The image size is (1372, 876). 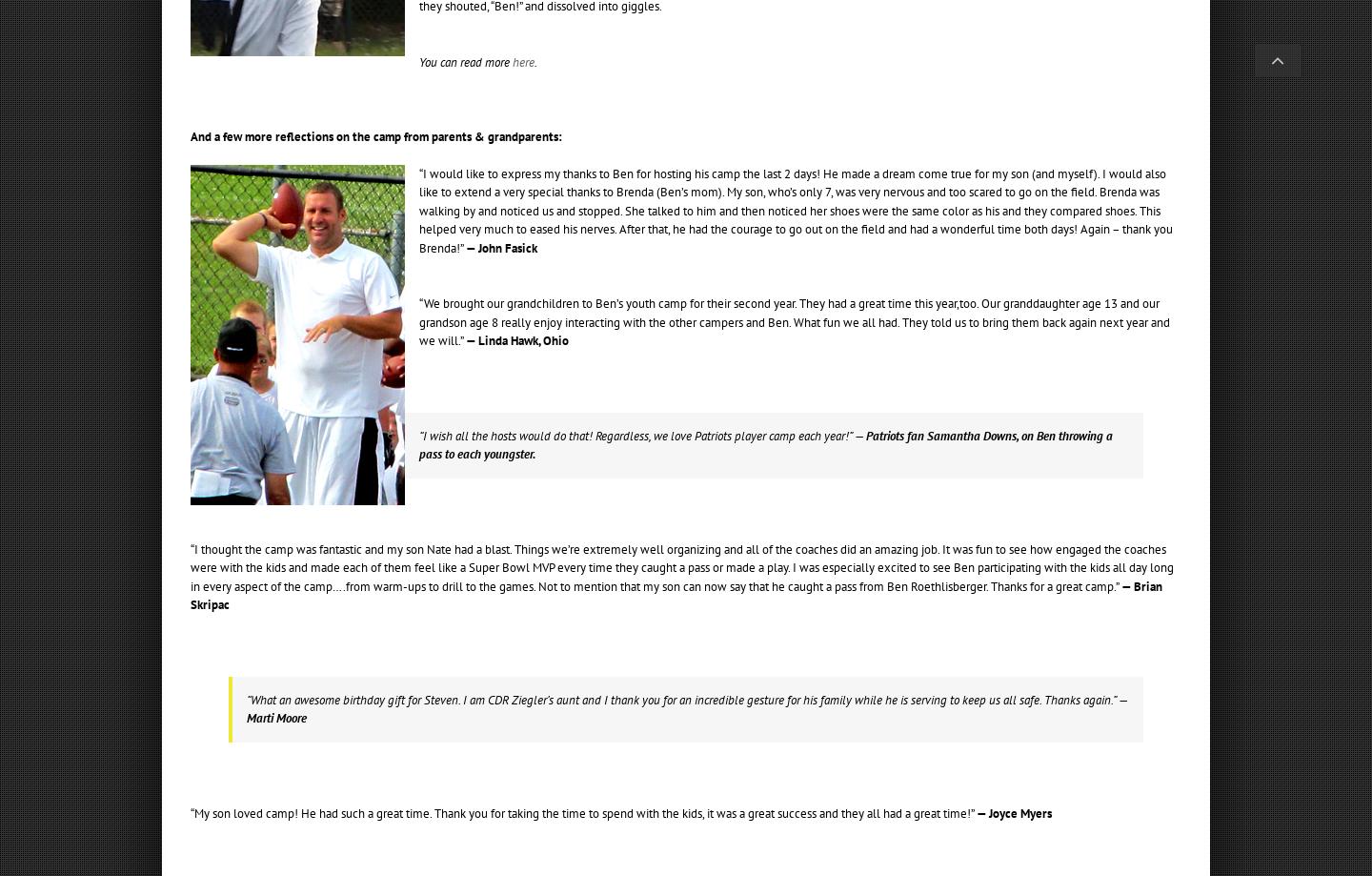 What do you see at coordinates (419, 210) in the screenshot?
I see `'“I would like to express my thanks to Ben for hosting his camp the last 2 days!  He made a dream come true for my son (and myself).  I would also like to extend a very special thanks to Brenda (Ben’s mom).  My son, who’s only 7, was very nervous and too scared to go on the field.  Brenda was walking by and noticed us and stopped.  She talked to him and then noticed her shoes were the same color as his and they compared shoes.  This helped very much to eased his nerves.  After that, he had the courage to go out on the field and had a wonderful time both days!  Again – thank you Brenda!”'` at bounding box center [419, 210].